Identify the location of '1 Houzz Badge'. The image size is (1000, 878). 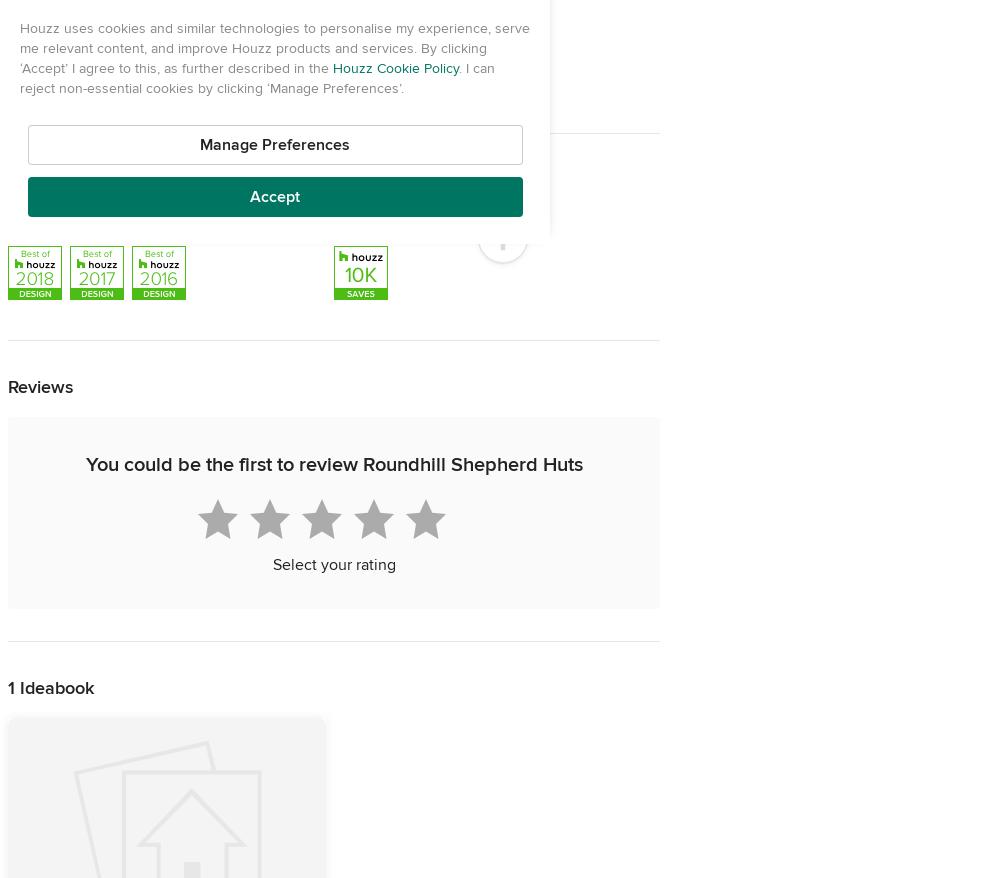
(381, 217).